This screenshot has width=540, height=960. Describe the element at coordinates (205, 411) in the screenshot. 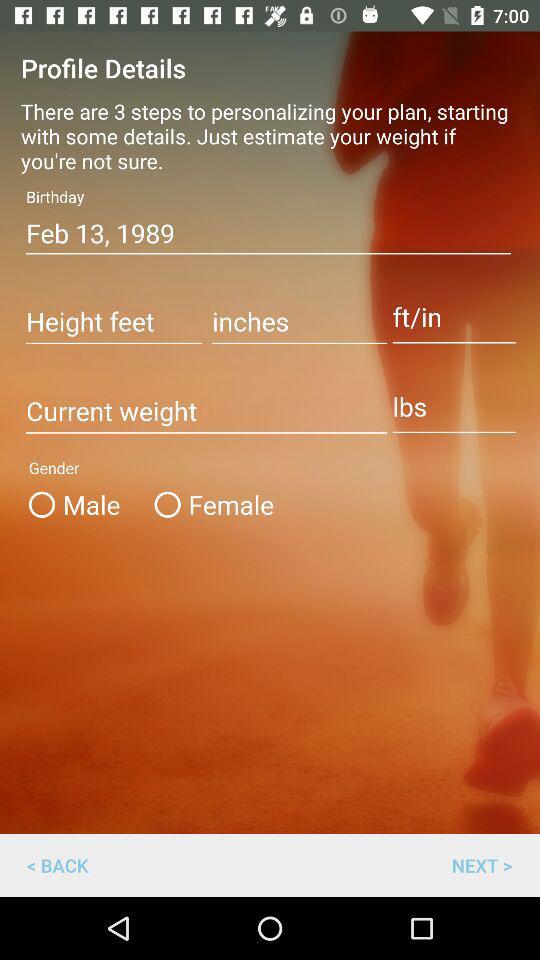

I see `icon above gender` at that location.